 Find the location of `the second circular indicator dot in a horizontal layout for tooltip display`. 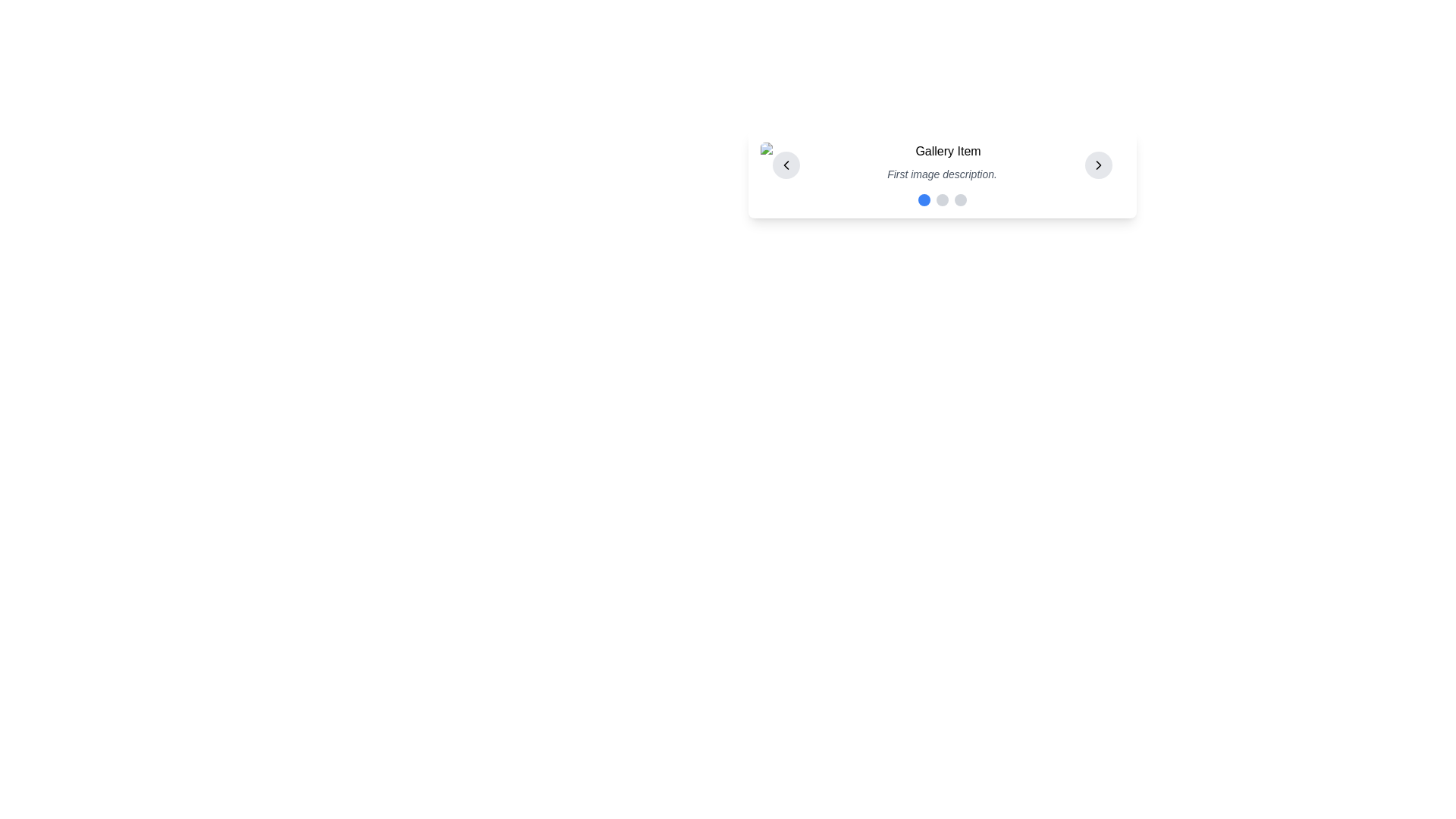

the second circular indicator dot in a horizontal layout for tooltip display is located at coordinates (941, 199).